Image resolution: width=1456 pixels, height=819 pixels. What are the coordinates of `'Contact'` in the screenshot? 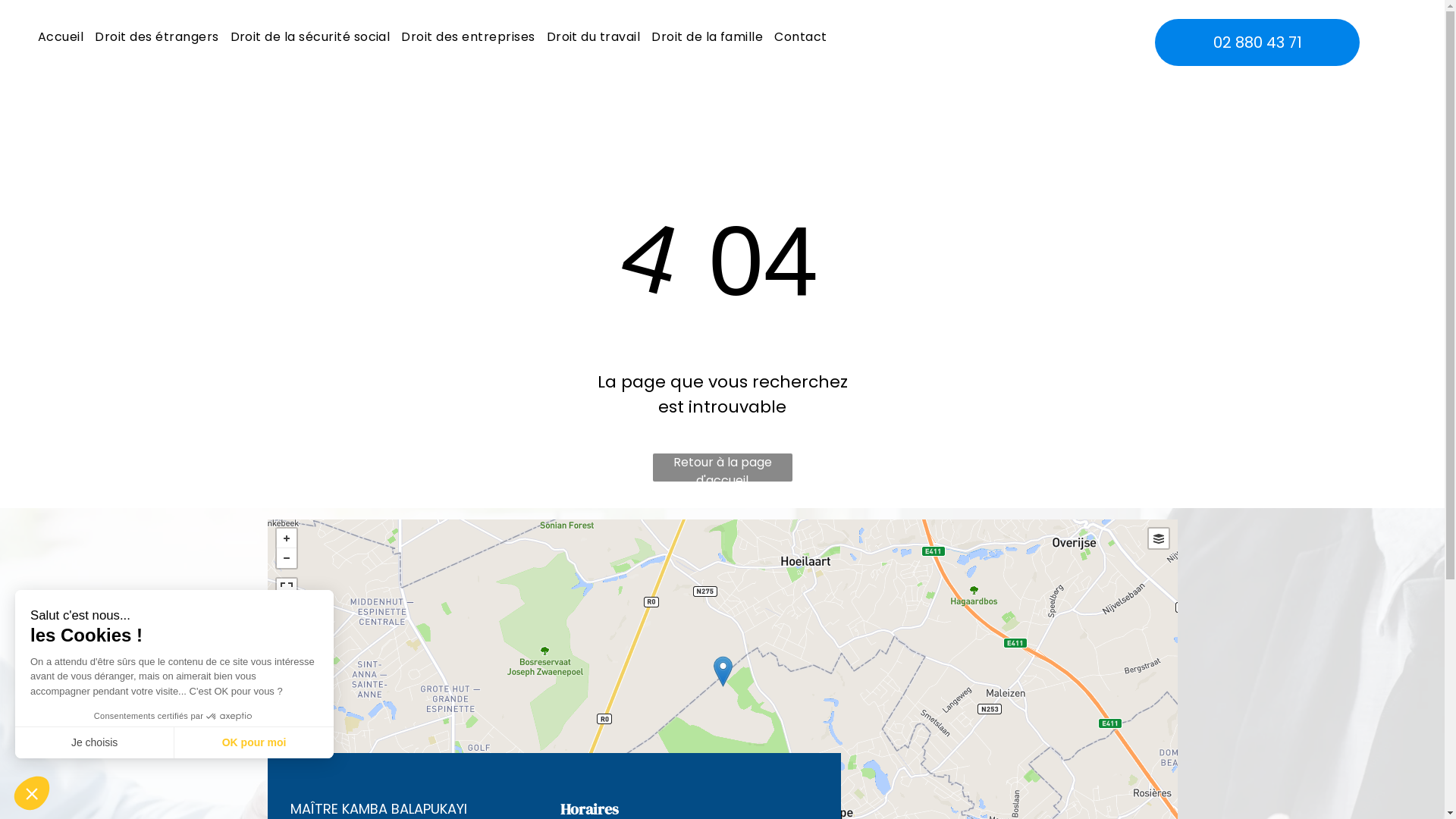 It's located at (797, 36).